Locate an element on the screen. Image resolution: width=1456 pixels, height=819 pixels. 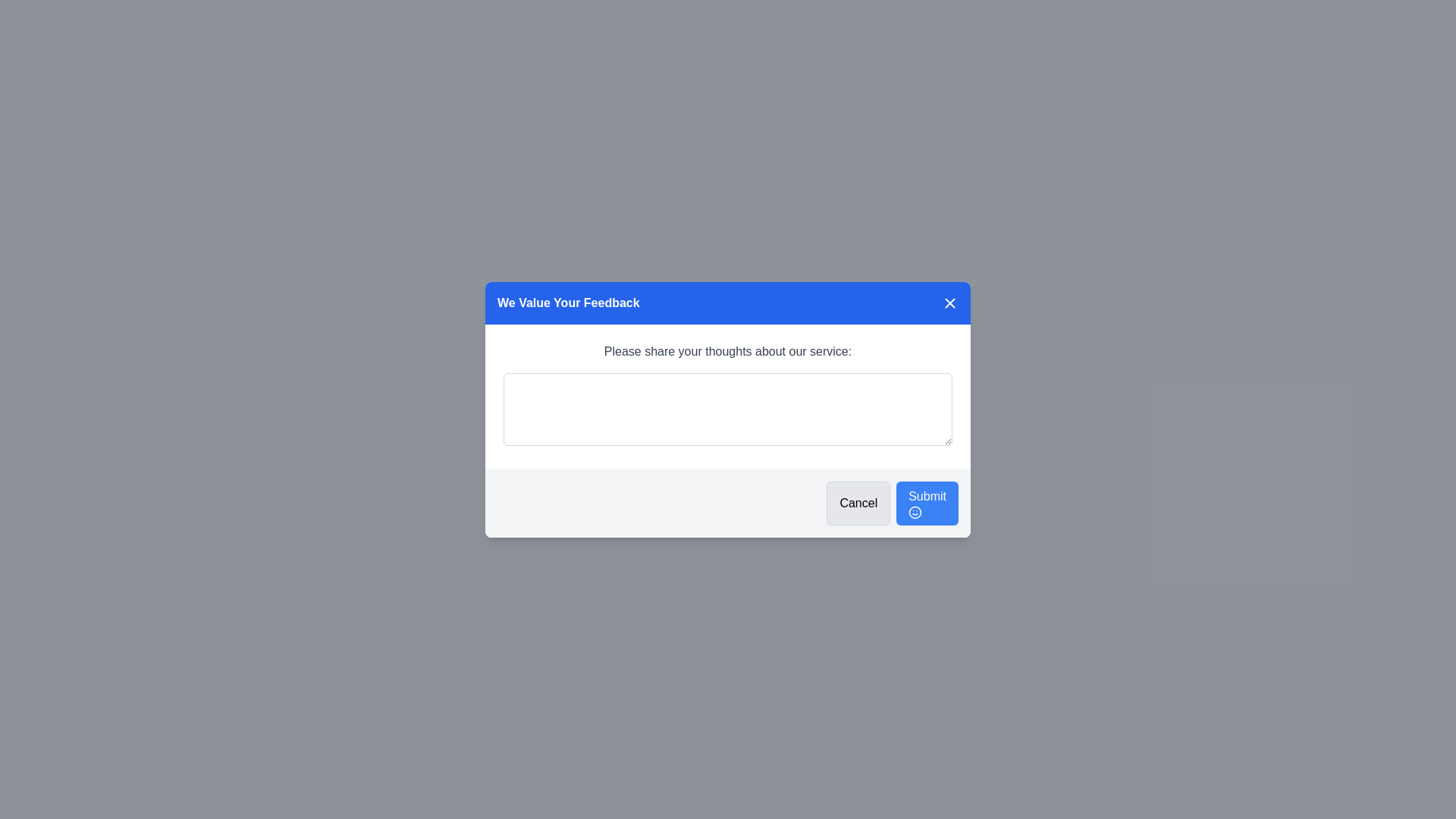
the 'Cancel' button, which is a rectangular button with black text on a light gray background, located in the bottom-right section of the modal dialog is located at coordinates (858, 503).